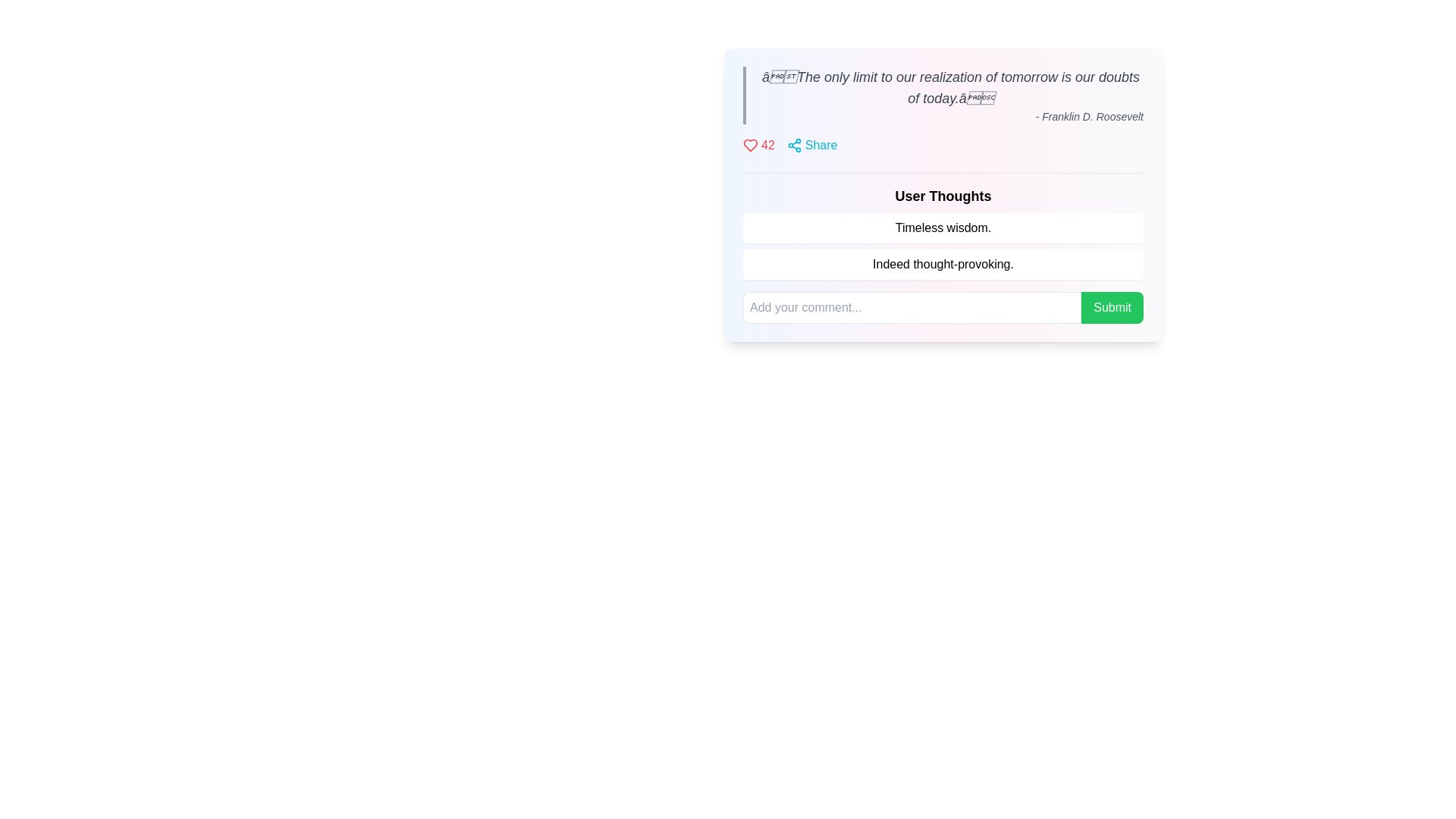  I want to click on displayed number from the text label located to the right of the red heart icon in the top portion of the UI, so click(767, 146).